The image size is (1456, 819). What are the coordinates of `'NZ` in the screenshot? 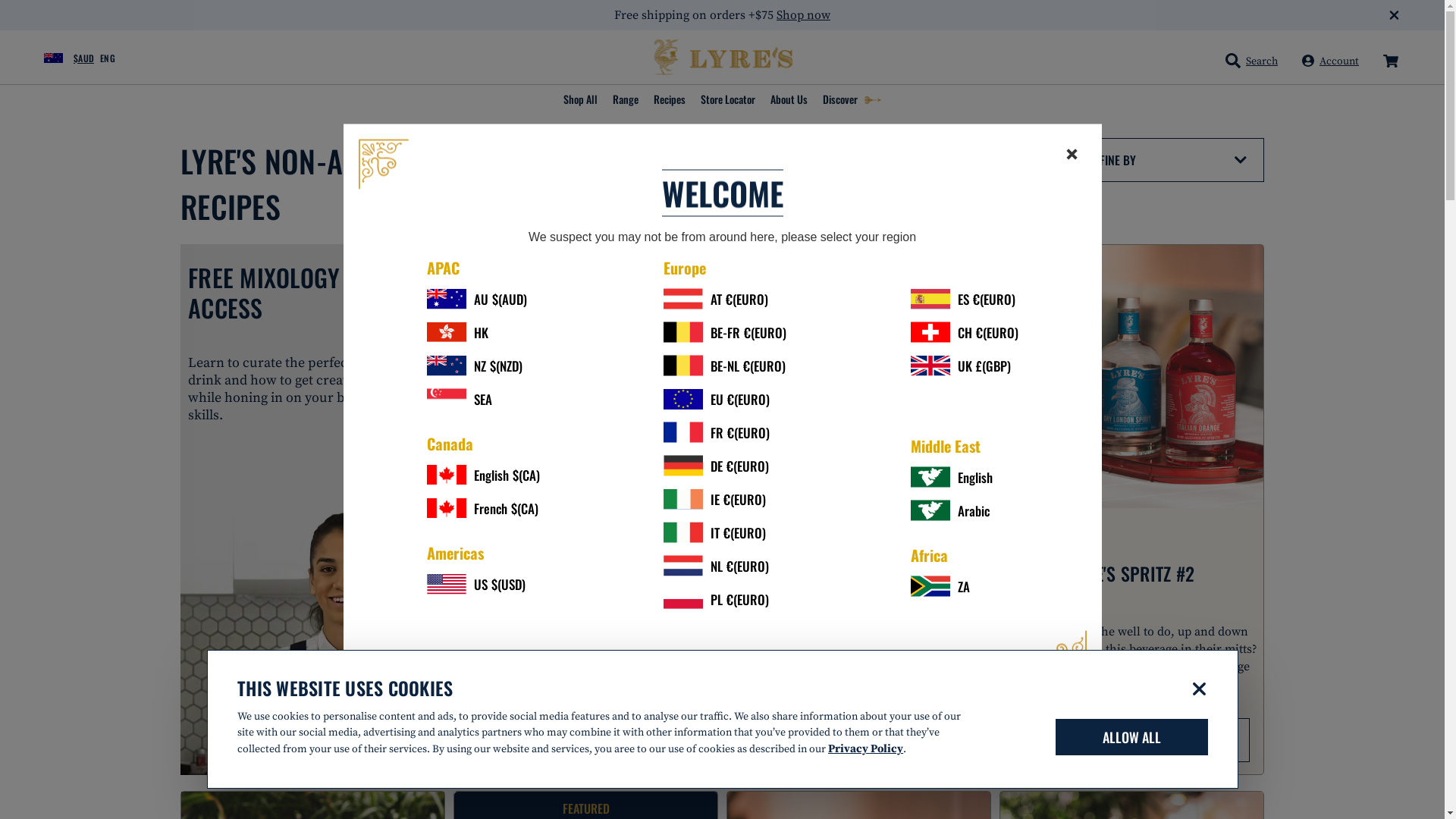 It's located at (482, 365).